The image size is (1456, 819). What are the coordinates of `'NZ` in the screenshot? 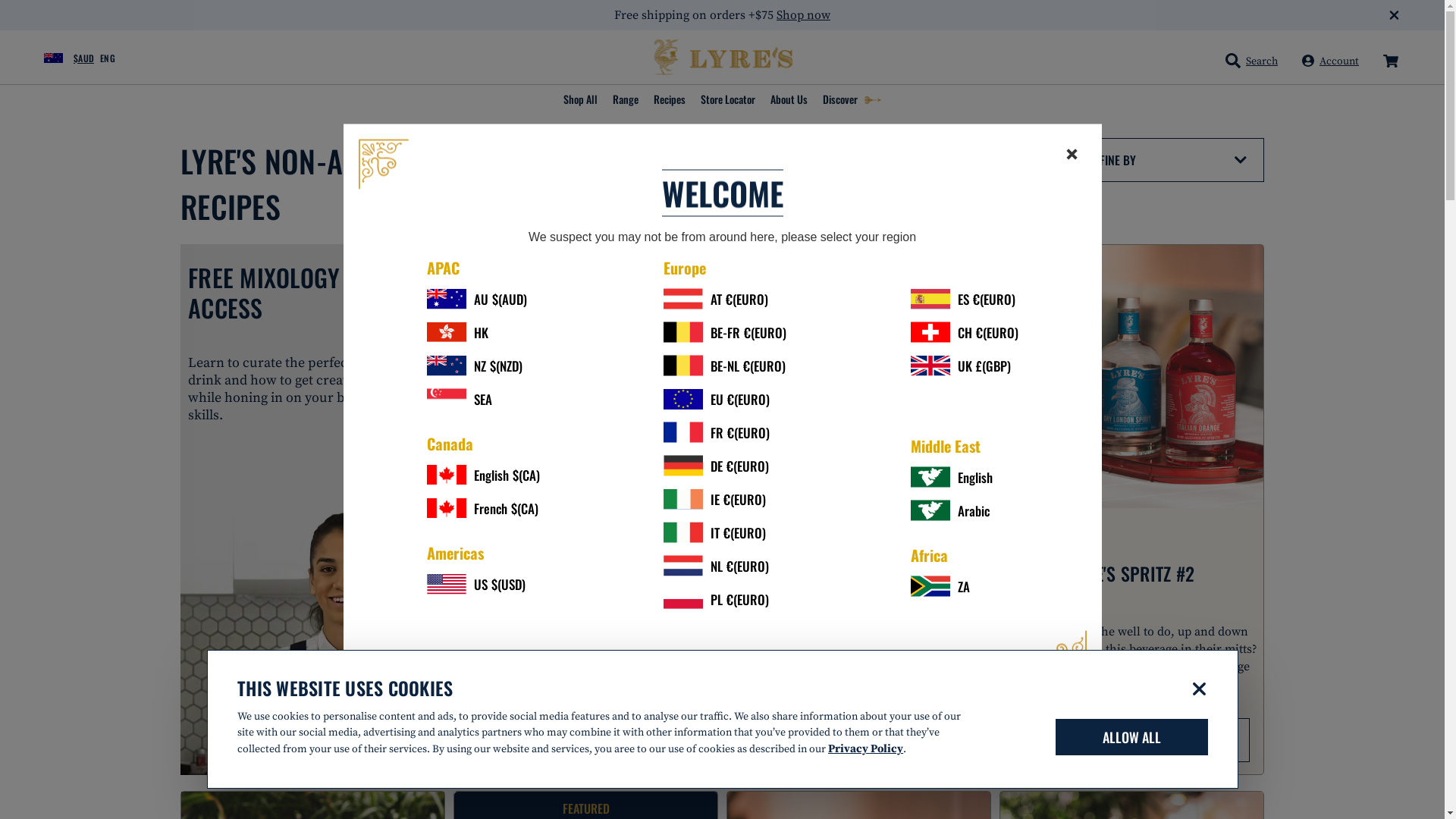 It's located at (482, 365).